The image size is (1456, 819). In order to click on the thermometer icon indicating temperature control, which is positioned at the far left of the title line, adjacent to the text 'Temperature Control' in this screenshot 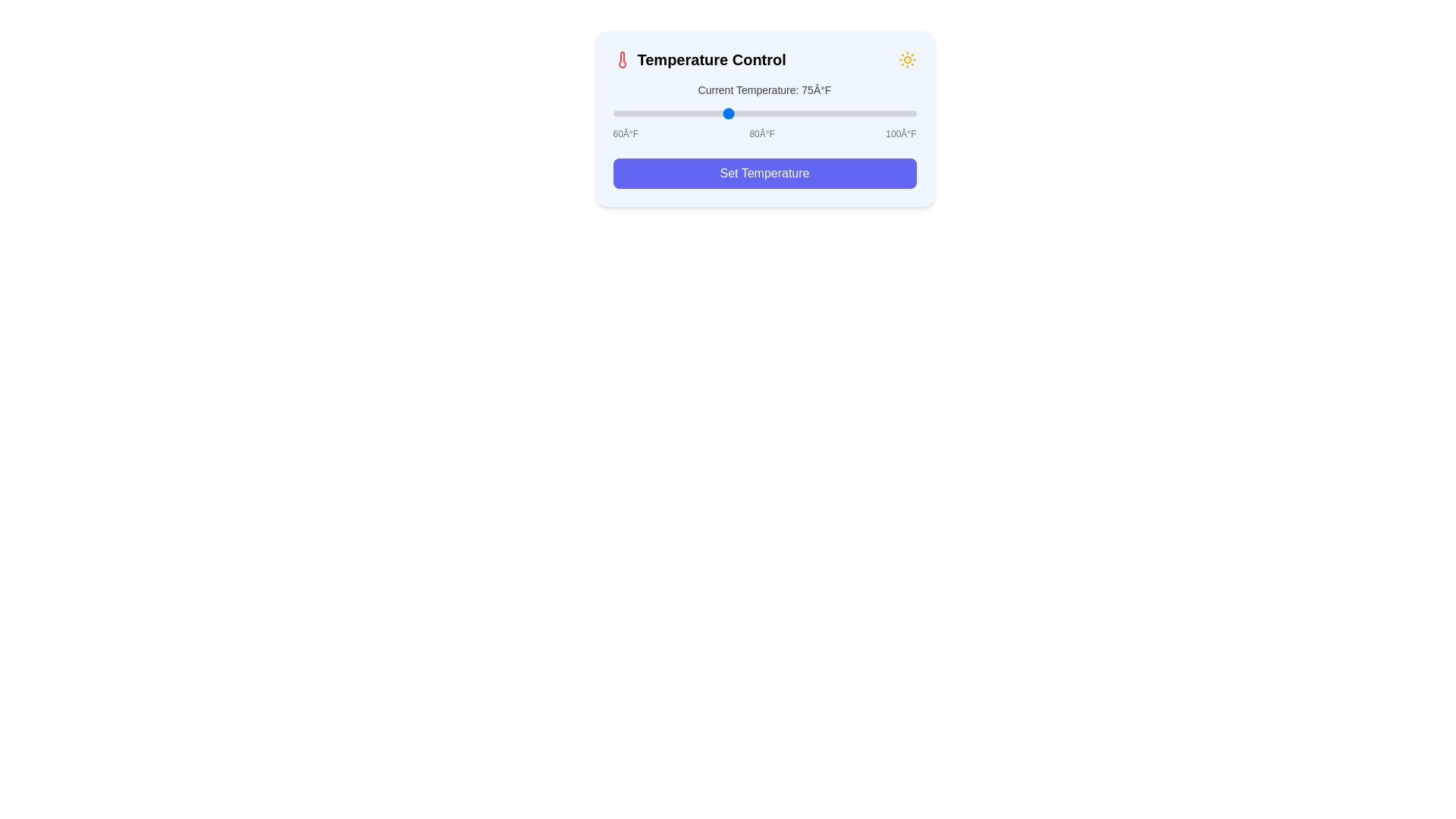, I will do `click(622, 58)`.